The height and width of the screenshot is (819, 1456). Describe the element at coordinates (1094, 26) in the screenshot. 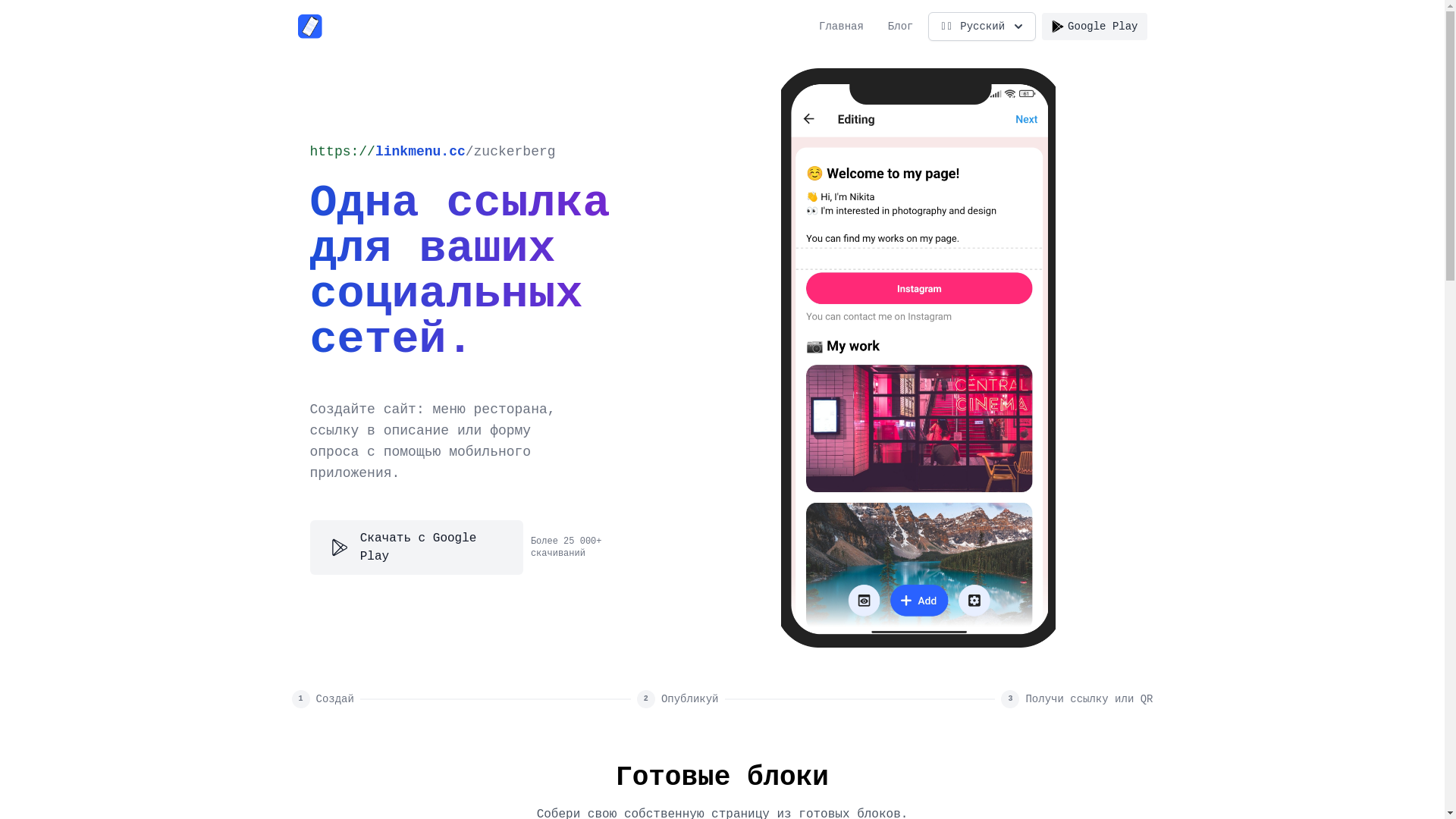

I see `'Google Play'` at that location.